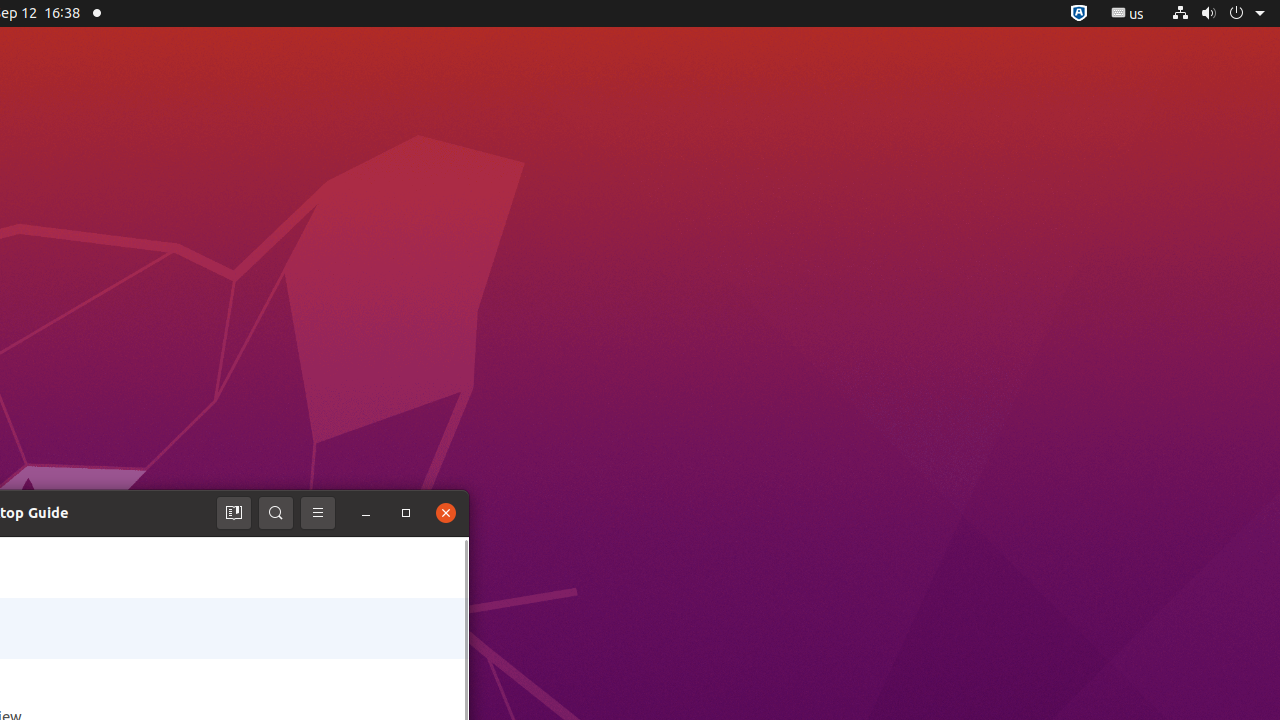  What do you see at coordinates (316, 512) in the screenshot?
I see `'Menu'` at bounding box center [316, 512].